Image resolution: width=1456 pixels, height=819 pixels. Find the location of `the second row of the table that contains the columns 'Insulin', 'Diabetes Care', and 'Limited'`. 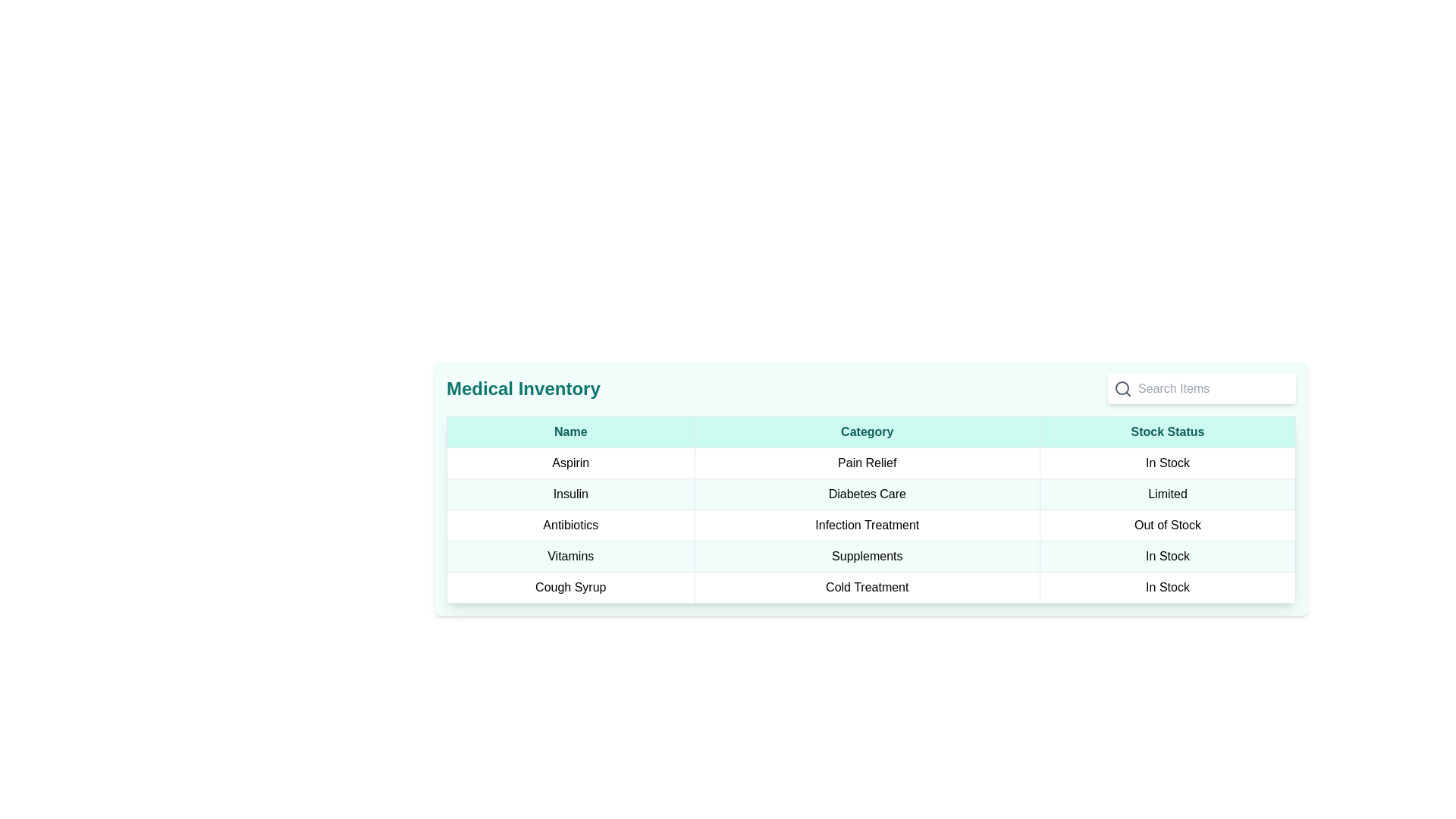

the second row of the table that contains the columns 'Insulin', 'Diabetes Care', and 'Limited' is located at coordinates (871, 494).